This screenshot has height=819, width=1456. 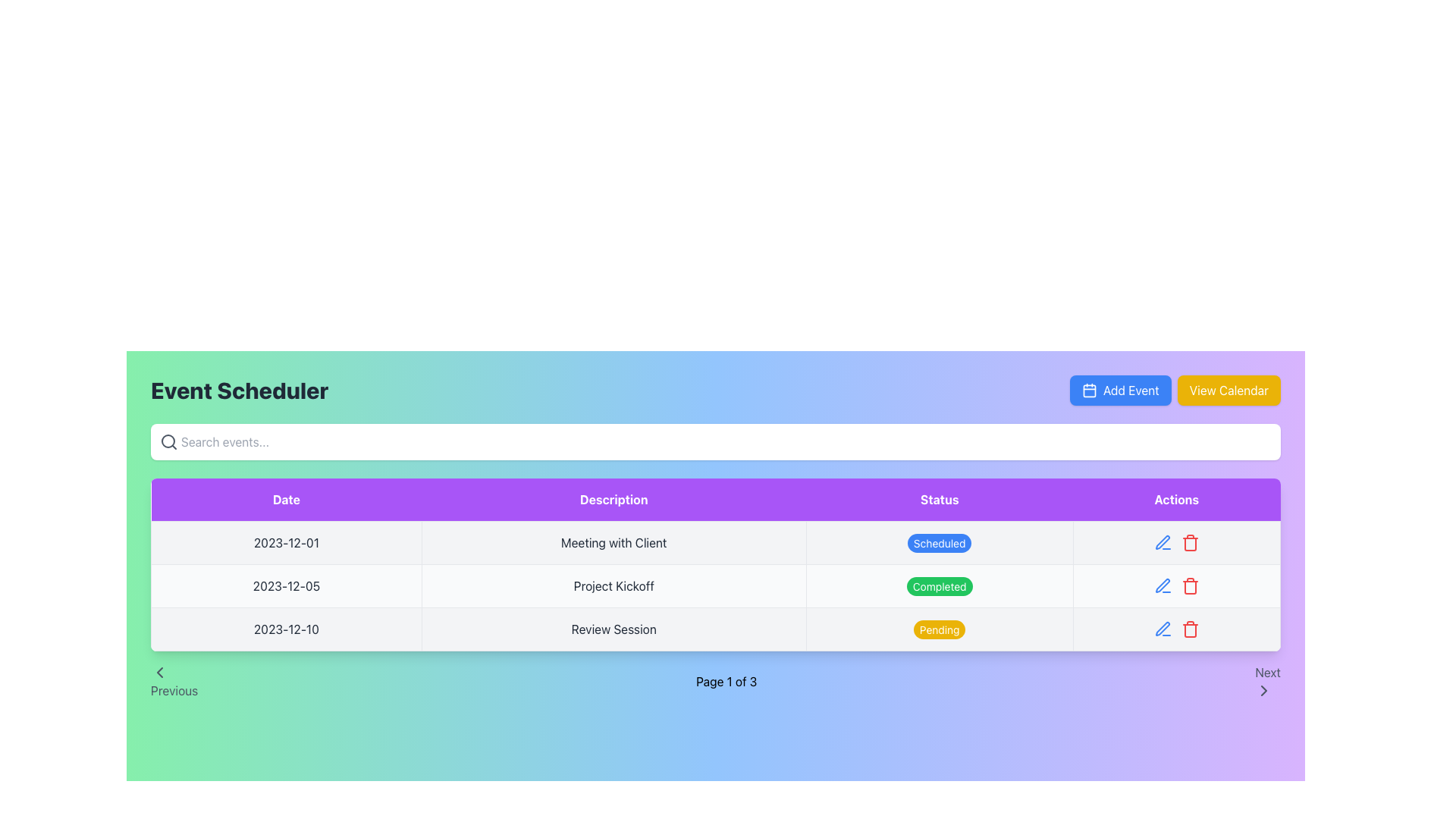 What do you see at coordinates (1175, 585) in the screenshot?
I see `the red trash bin icon in the Actions column of the second row to initiate a deletion action for the 'Project Kickoff' event` at bounding box center [1175, 585].